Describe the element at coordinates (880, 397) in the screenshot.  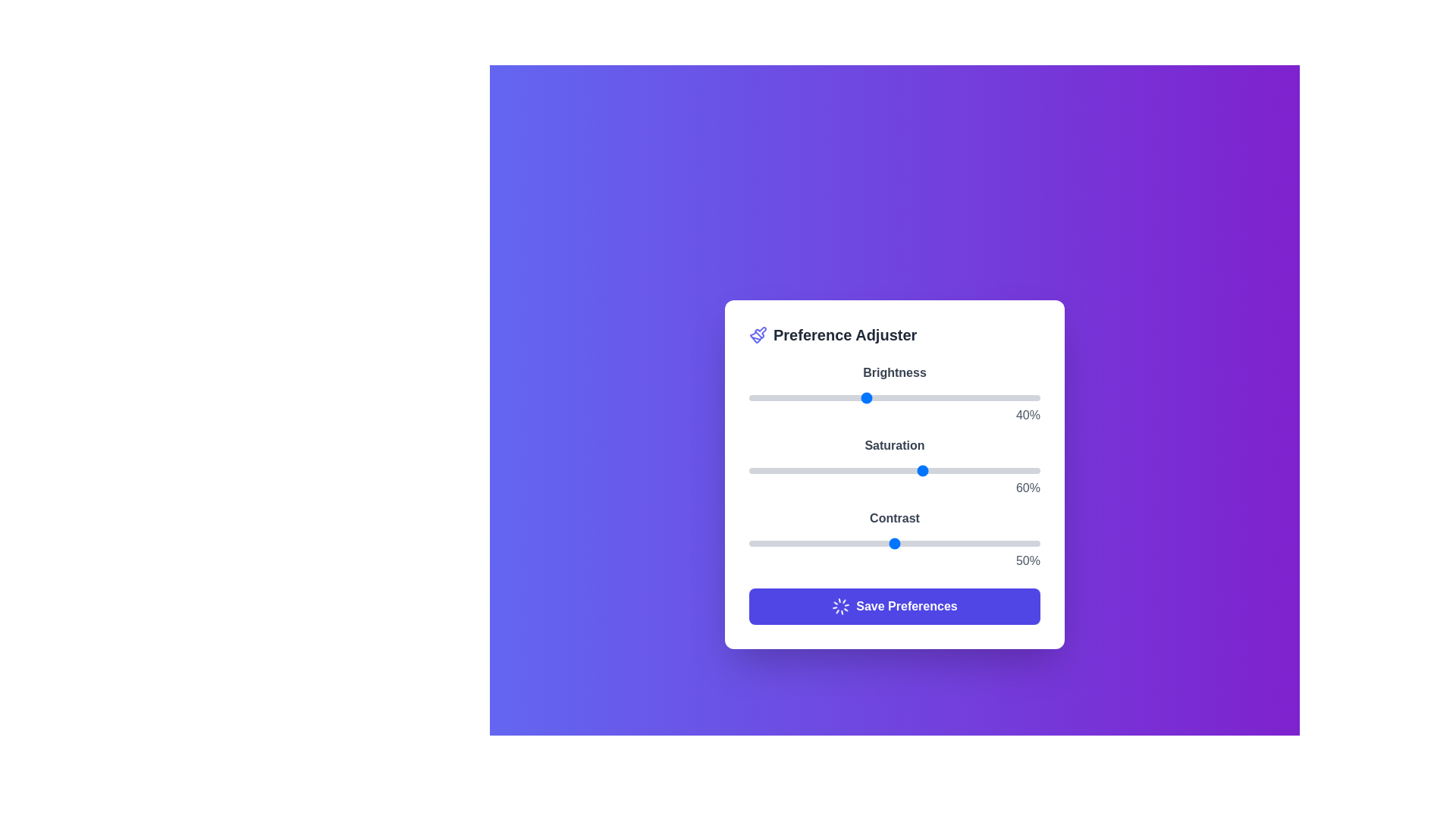
I see `the brightness slider to 45%` at that location.